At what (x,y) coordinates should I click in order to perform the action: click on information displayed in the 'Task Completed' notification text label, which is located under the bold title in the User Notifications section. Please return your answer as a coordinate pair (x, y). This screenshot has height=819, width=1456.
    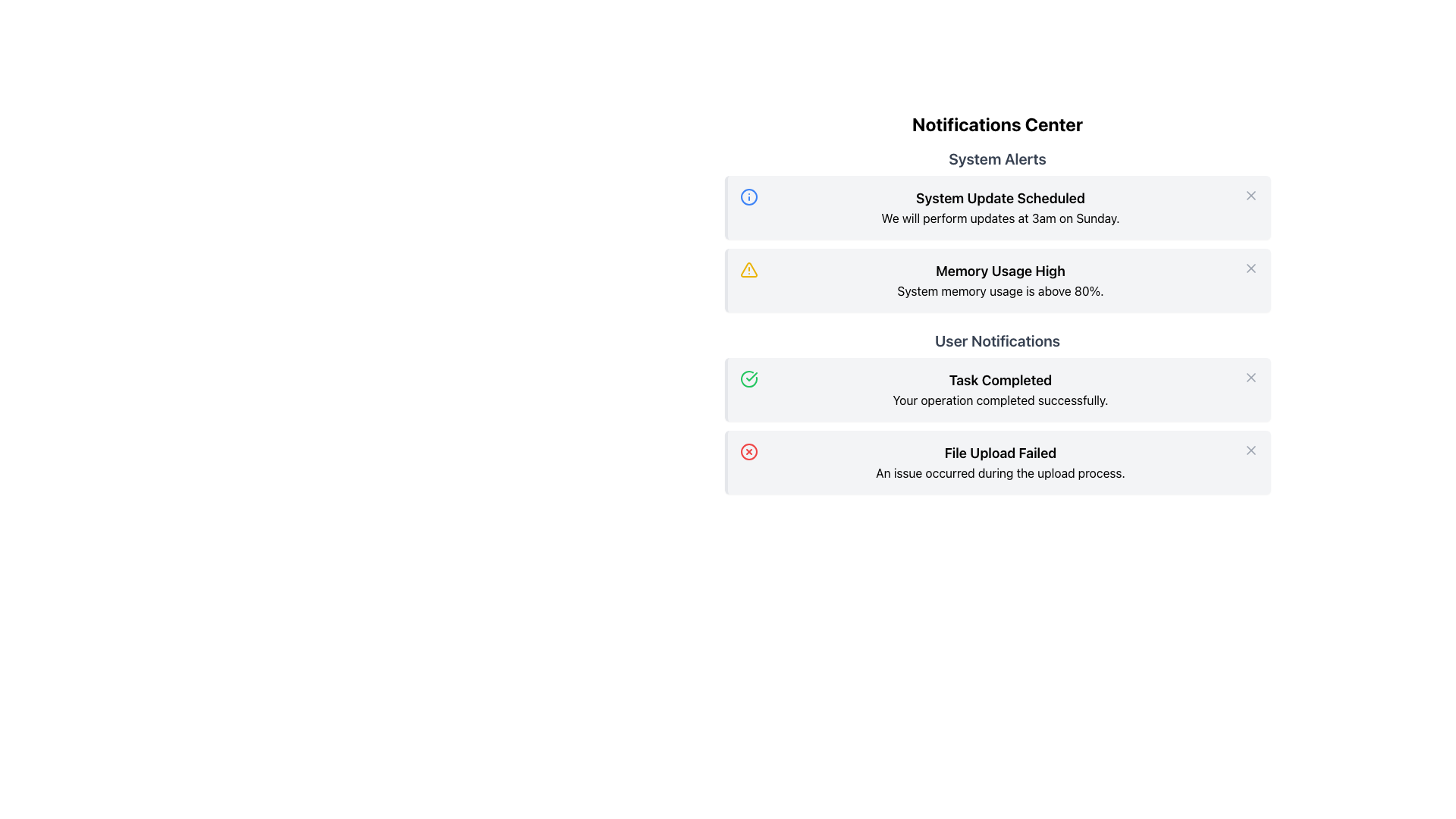
    Looking at the image, I should click on (1000, 400).